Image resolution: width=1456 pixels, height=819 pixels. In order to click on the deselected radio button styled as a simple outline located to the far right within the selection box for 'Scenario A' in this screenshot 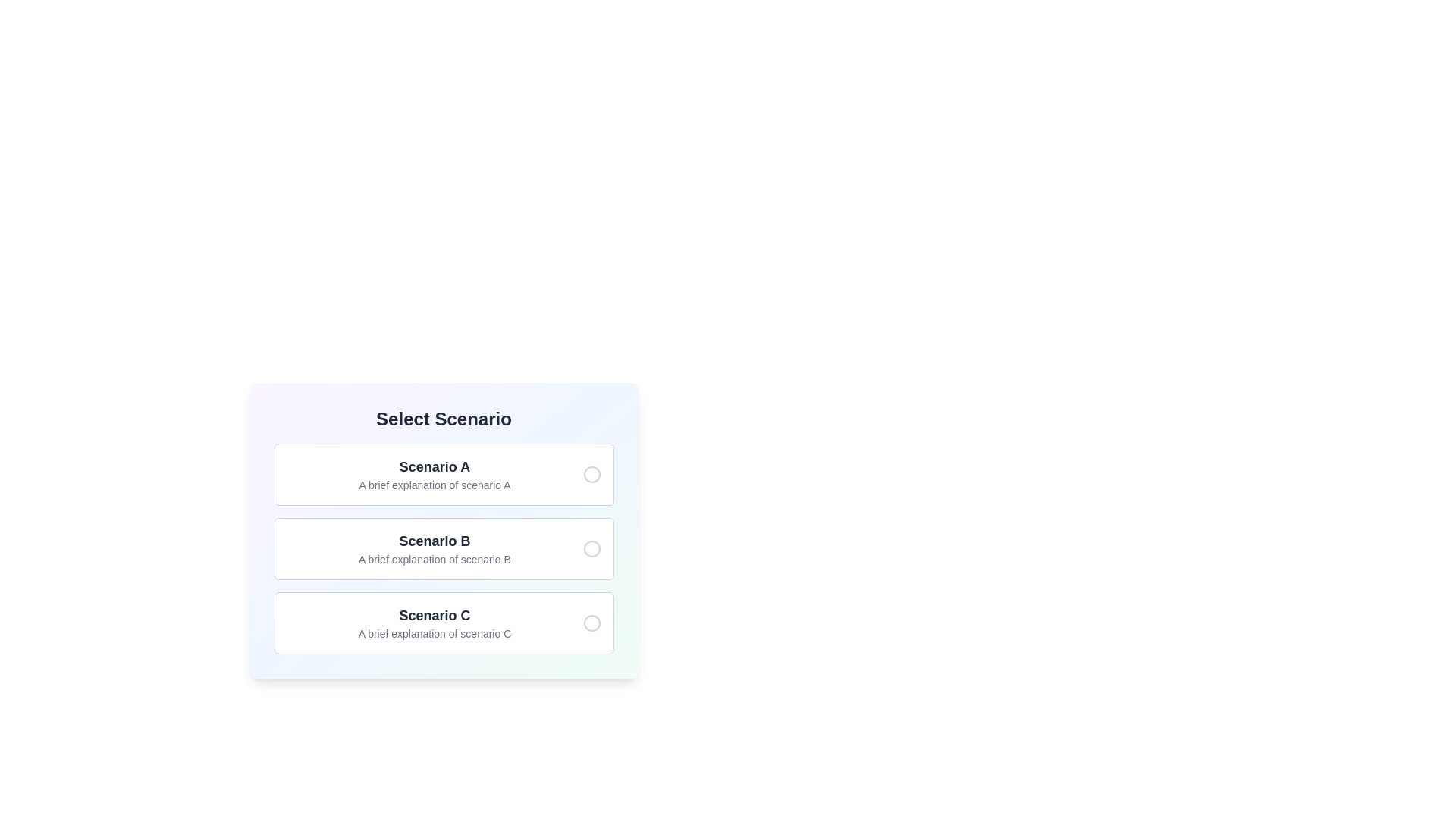, I will do `click(591, 473)`.